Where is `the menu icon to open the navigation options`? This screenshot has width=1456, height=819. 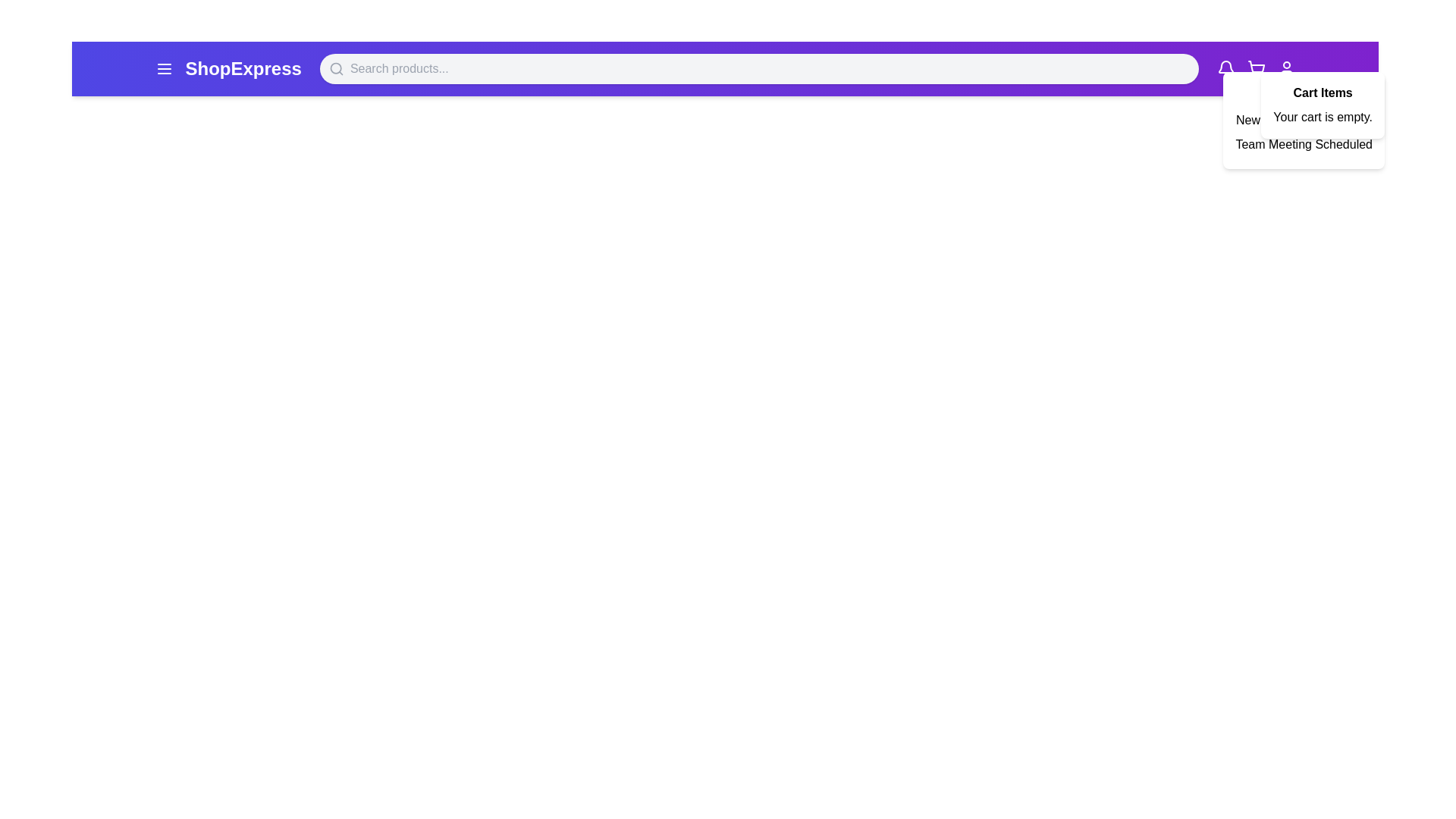
the menu icon to open the navigation options is located at coordinates (164, 69).